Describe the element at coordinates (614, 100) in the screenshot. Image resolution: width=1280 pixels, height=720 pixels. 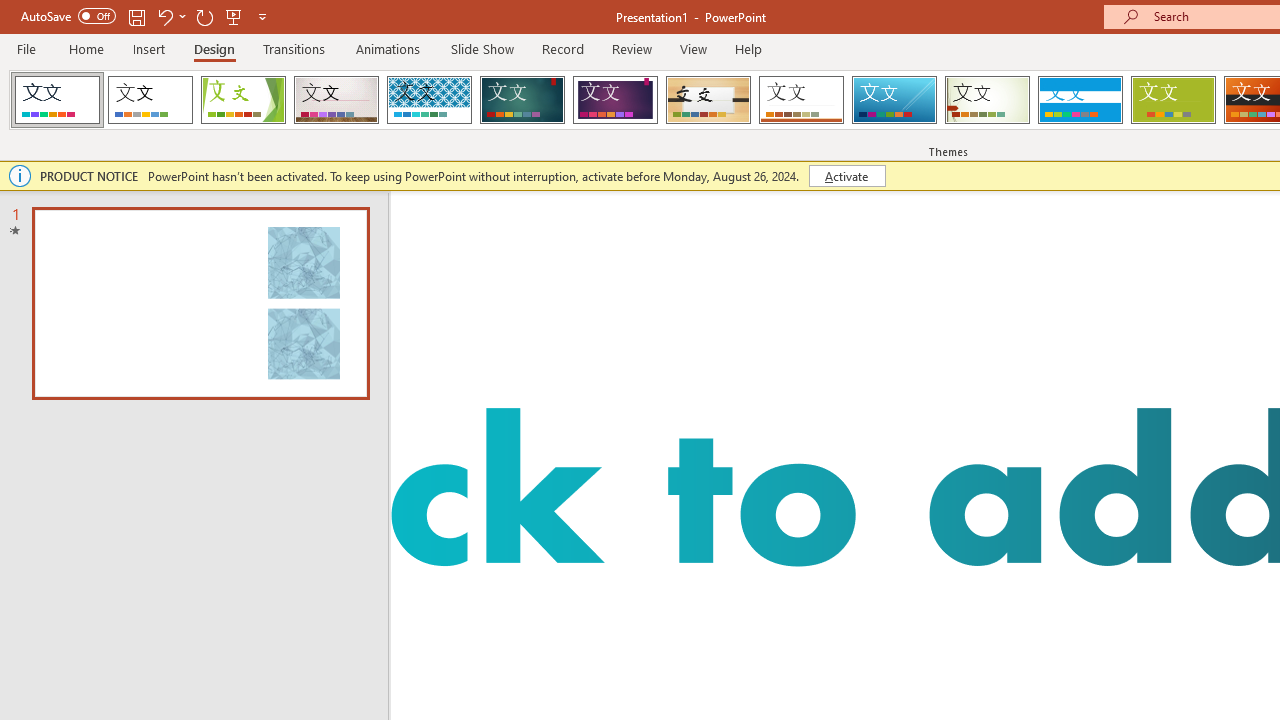
I see `'Ion Boardroom'` at that location.